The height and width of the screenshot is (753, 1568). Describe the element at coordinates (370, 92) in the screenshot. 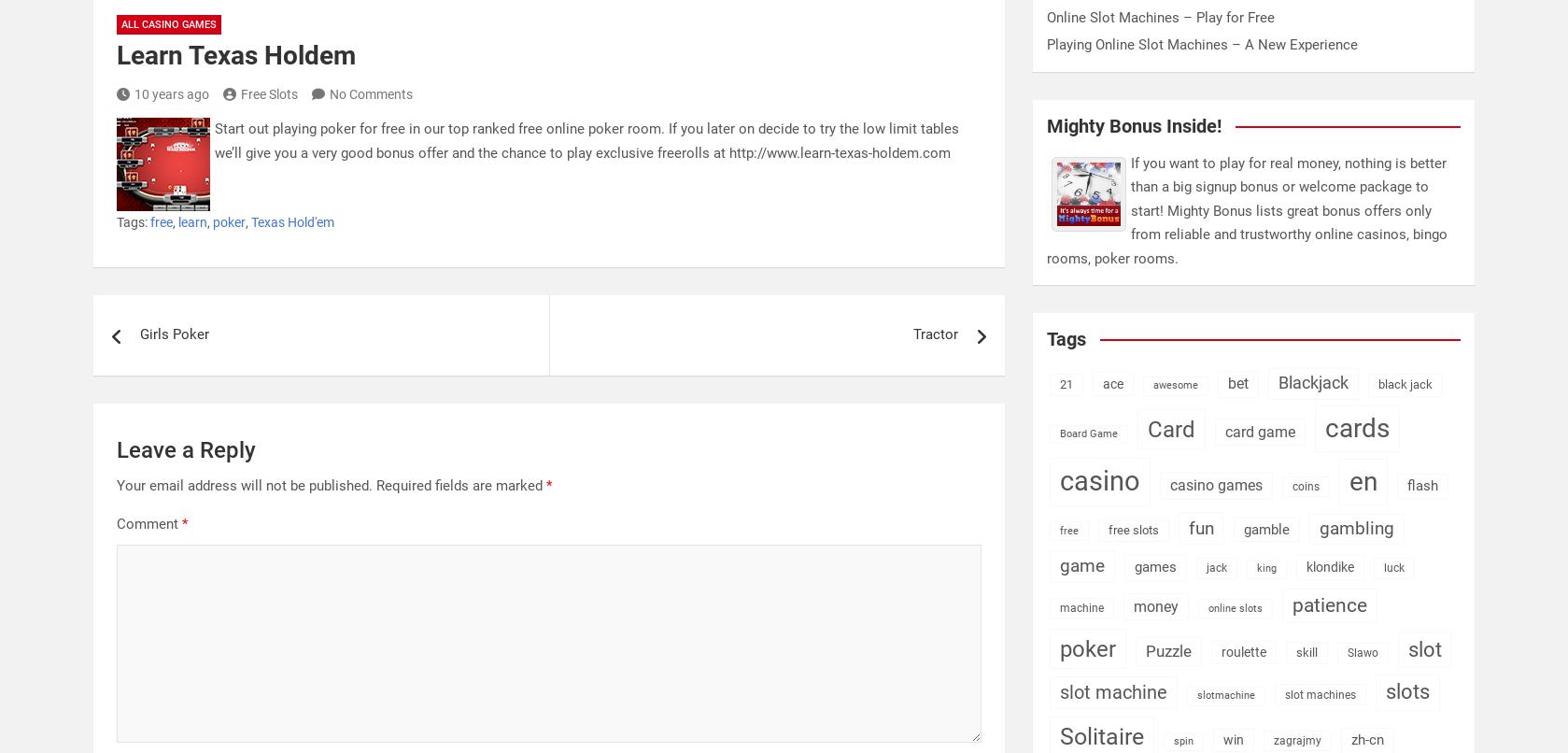

I see `'No Comments'` at that location.